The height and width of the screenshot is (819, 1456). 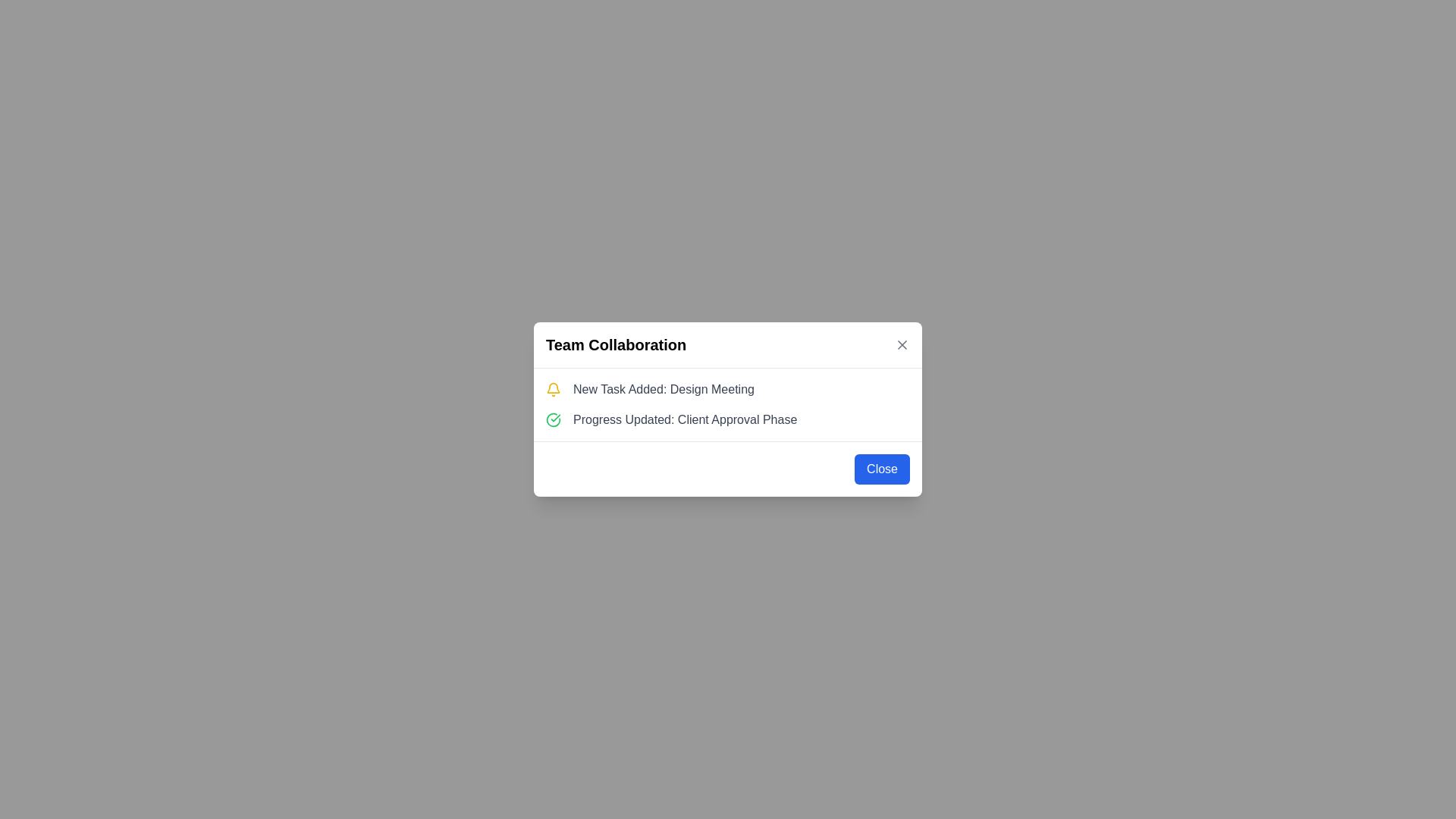 What do you see at coordinates (728, 420) in the screenshot?
I see `the notification item that indicates 'Progress Updated: Client Approval Phase', which is the second item under the 'Team Collaboration' section` at bounding box center [728, 420].